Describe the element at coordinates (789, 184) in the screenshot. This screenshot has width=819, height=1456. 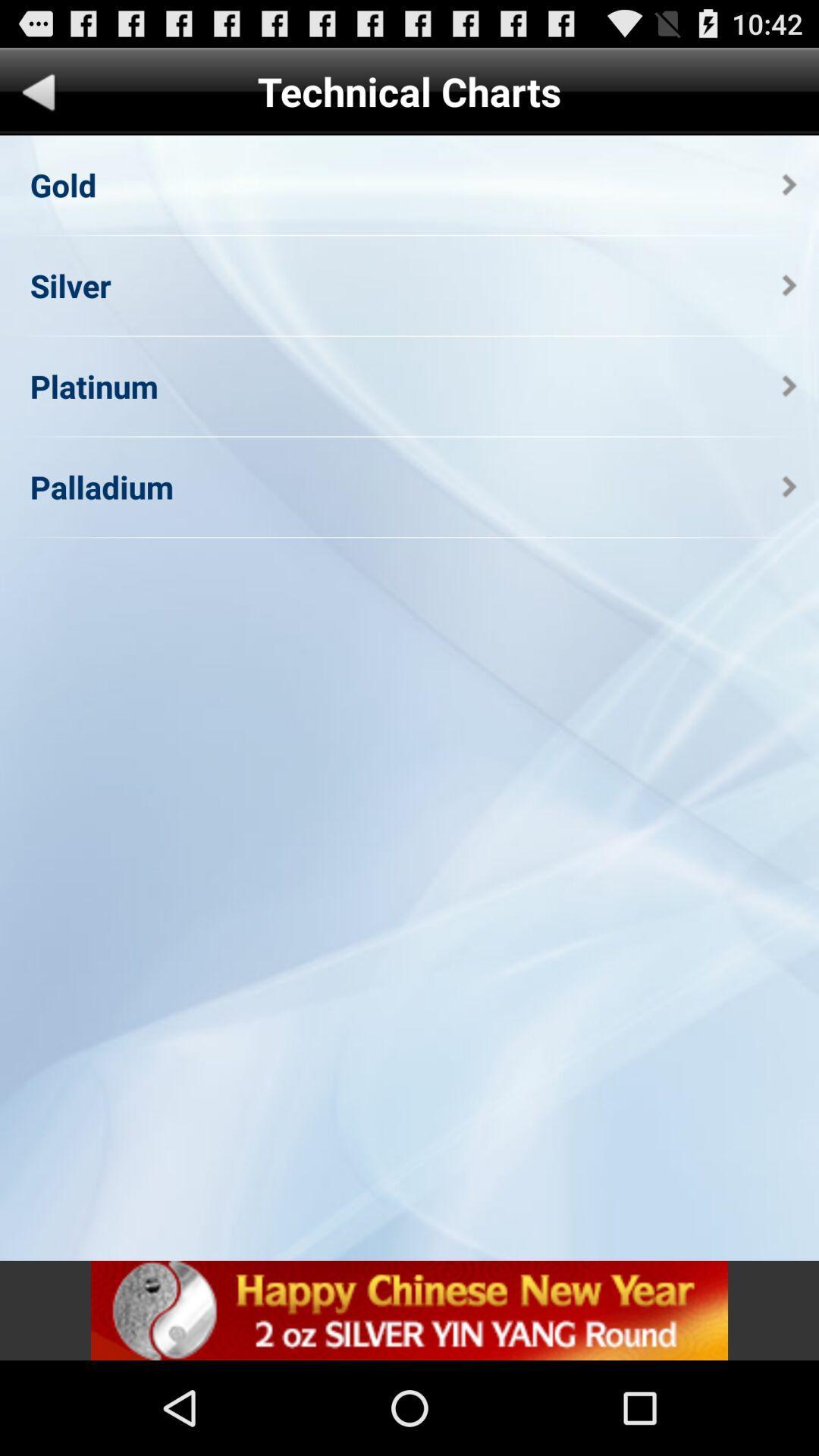
I see `app to the right of gold icon` at that location.